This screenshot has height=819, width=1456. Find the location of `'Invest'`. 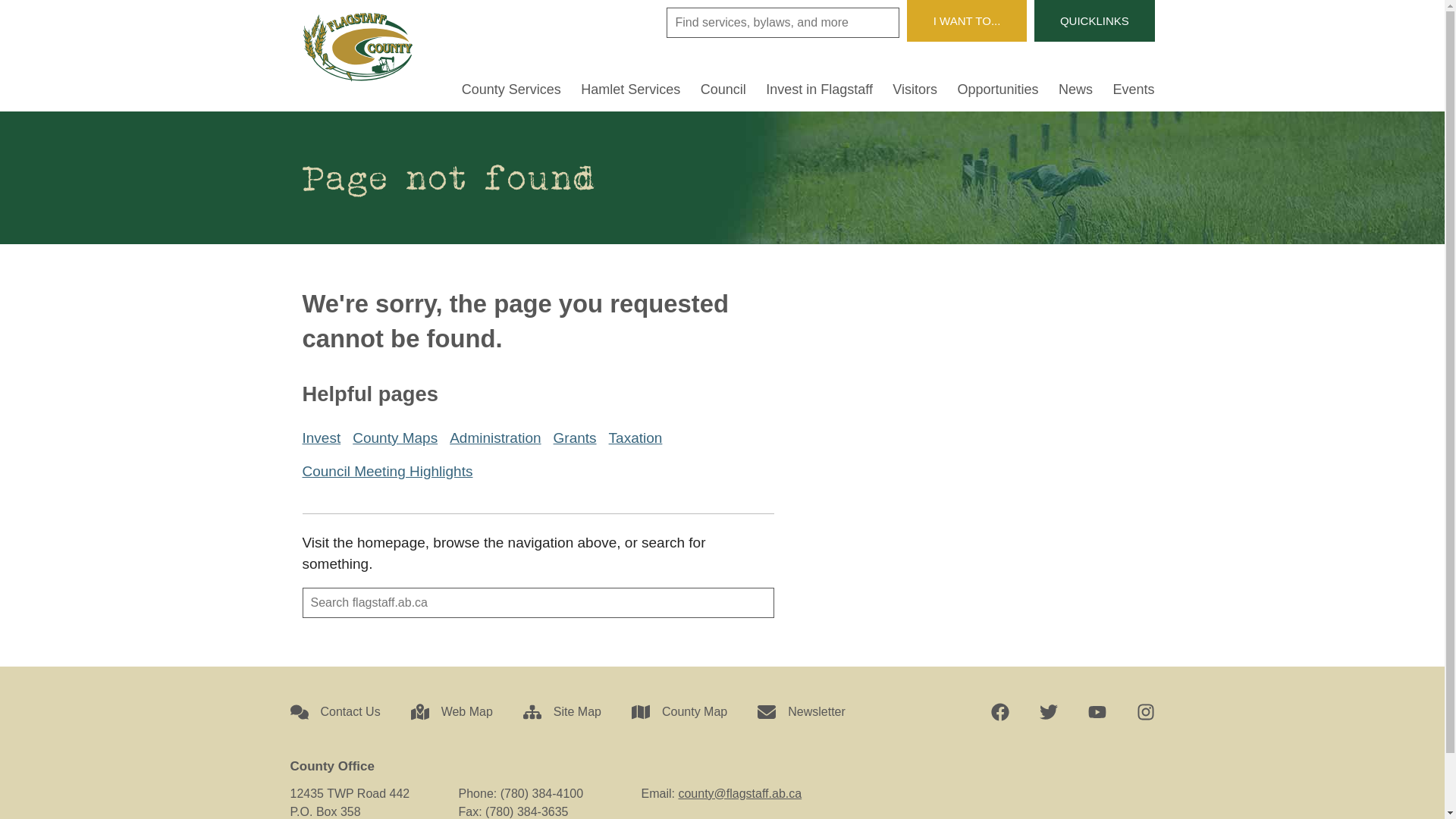

'Invest' is located at coordinates (302, 438).